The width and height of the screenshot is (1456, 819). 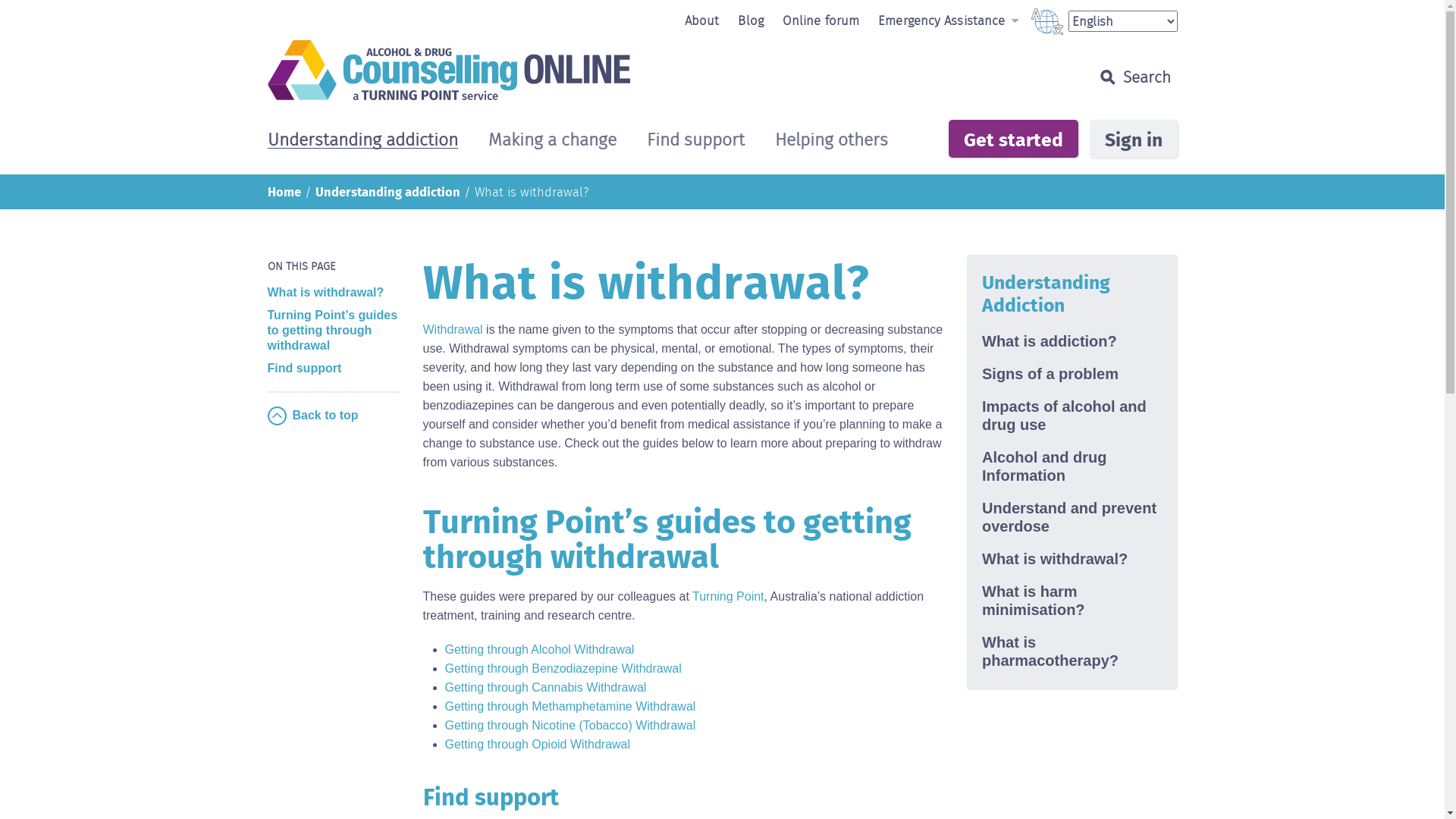 What do you see at coordinates (1087, 138) in the screenshot?
I see `'Sign in'` at bounding box center [1087, 138].